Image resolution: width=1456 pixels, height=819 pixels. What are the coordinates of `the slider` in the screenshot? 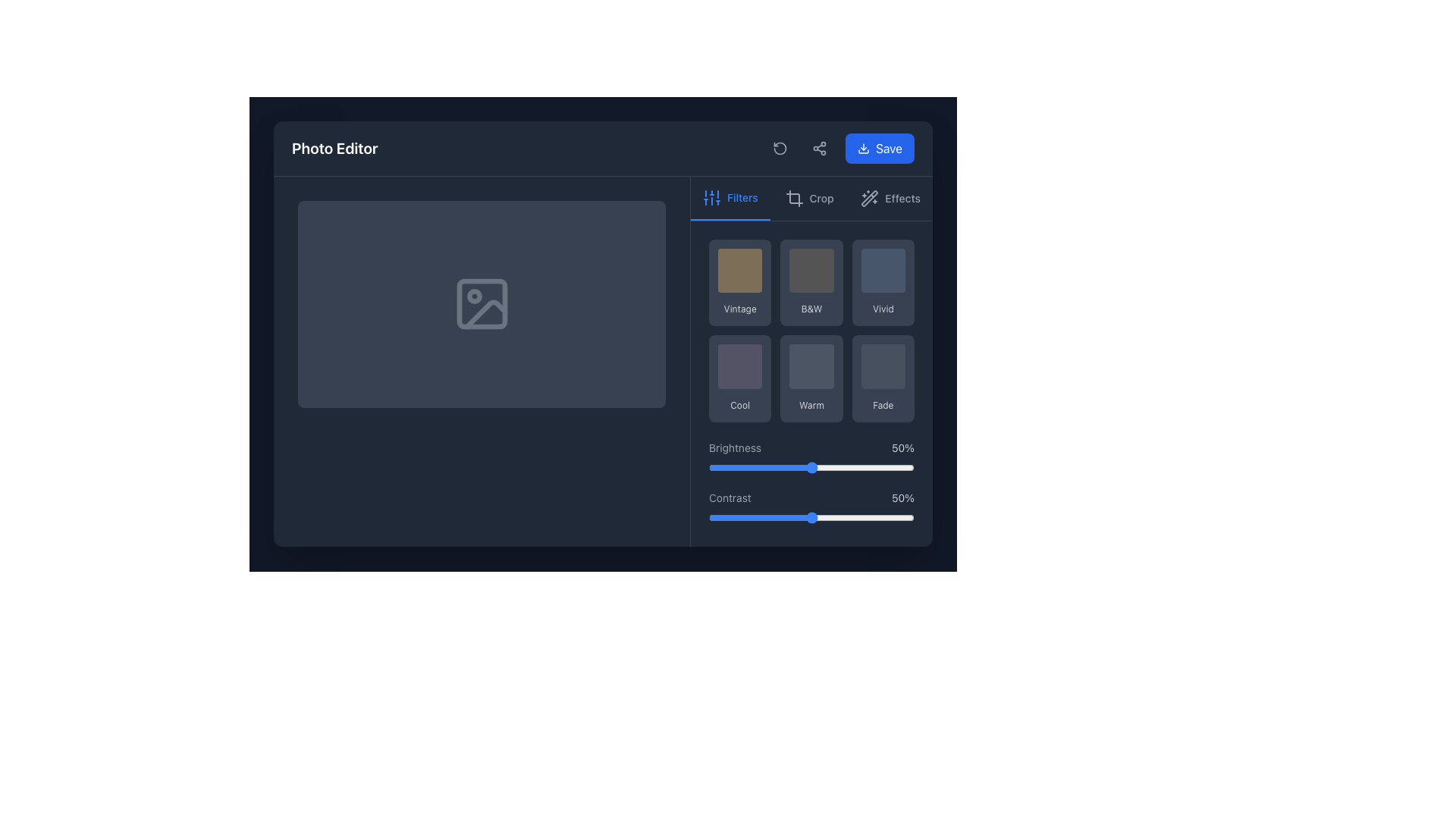 It's located at (720, 466).